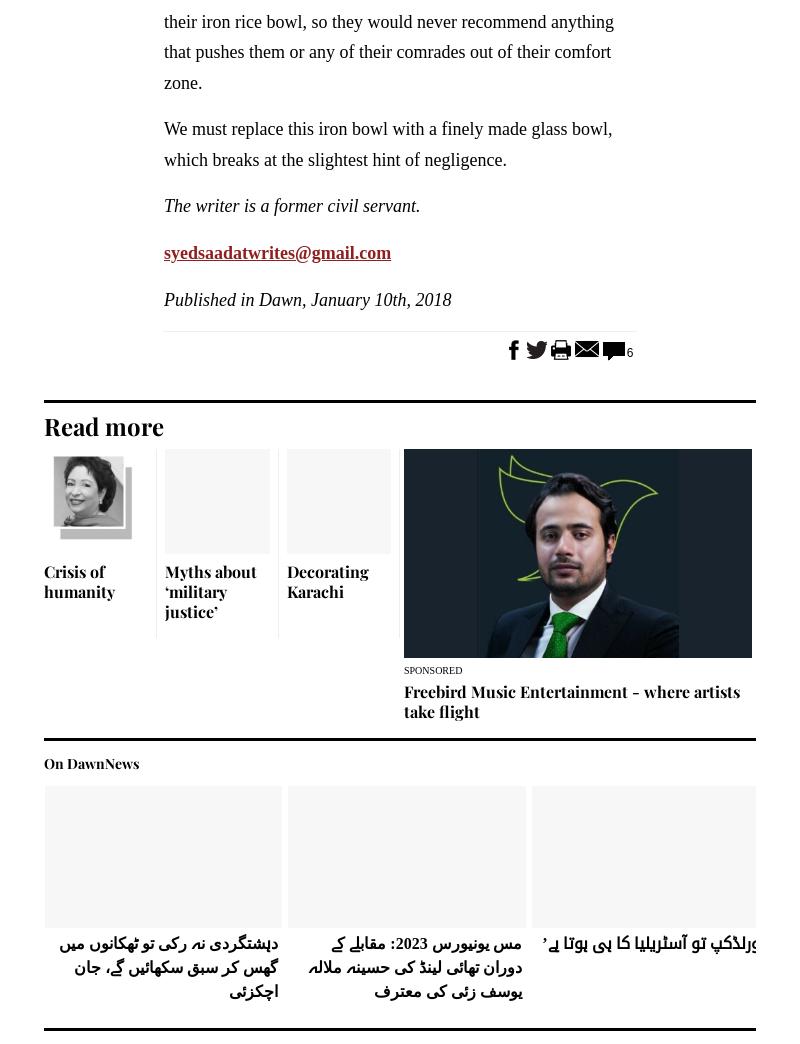  Describe the element at coordinates (571, 700) in the screenshot. I see `'Freebird Music Entertainment - where artists take flight'` at that location.